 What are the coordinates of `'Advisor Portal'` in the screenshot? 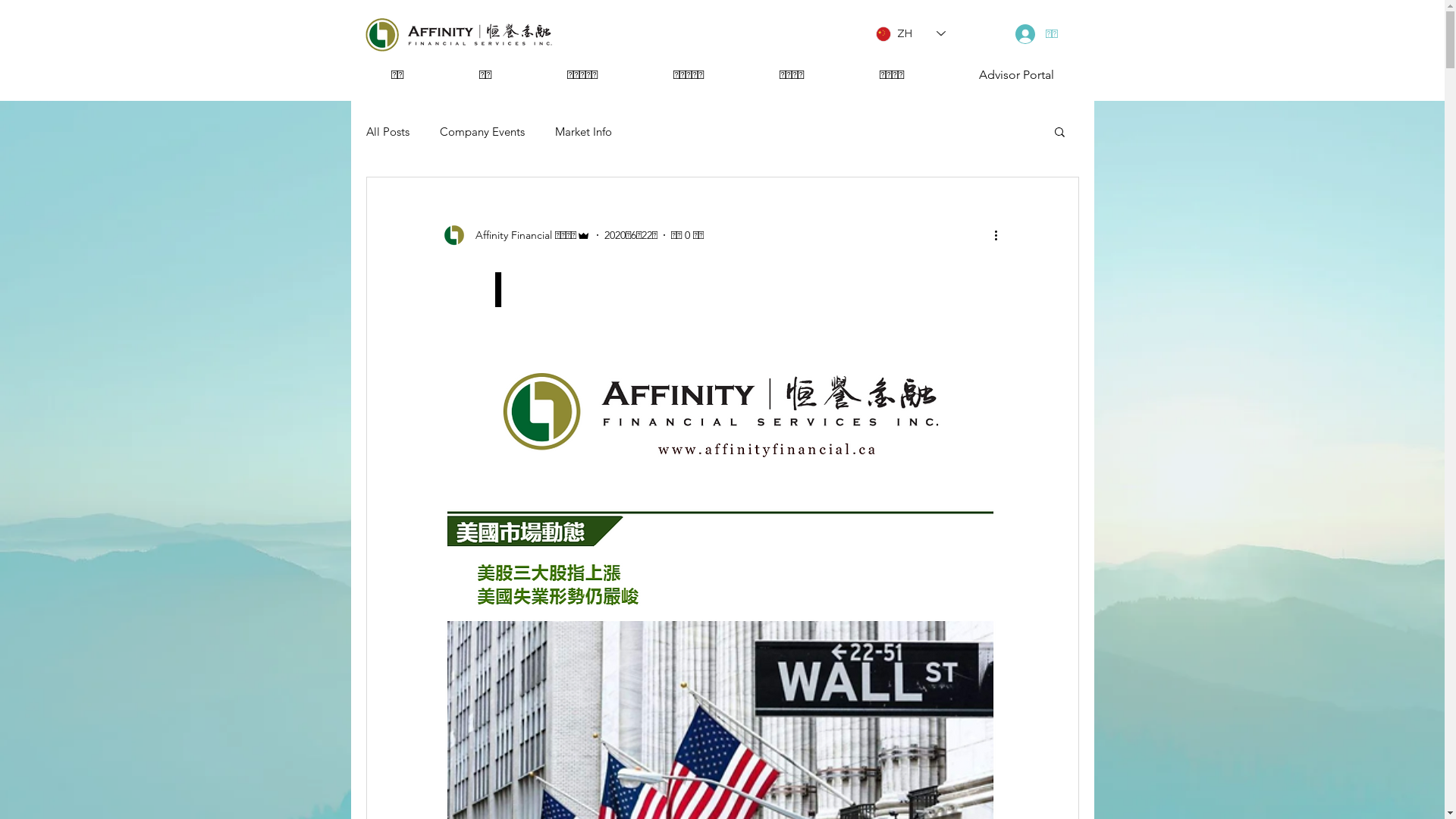 It's located at (941, 74).